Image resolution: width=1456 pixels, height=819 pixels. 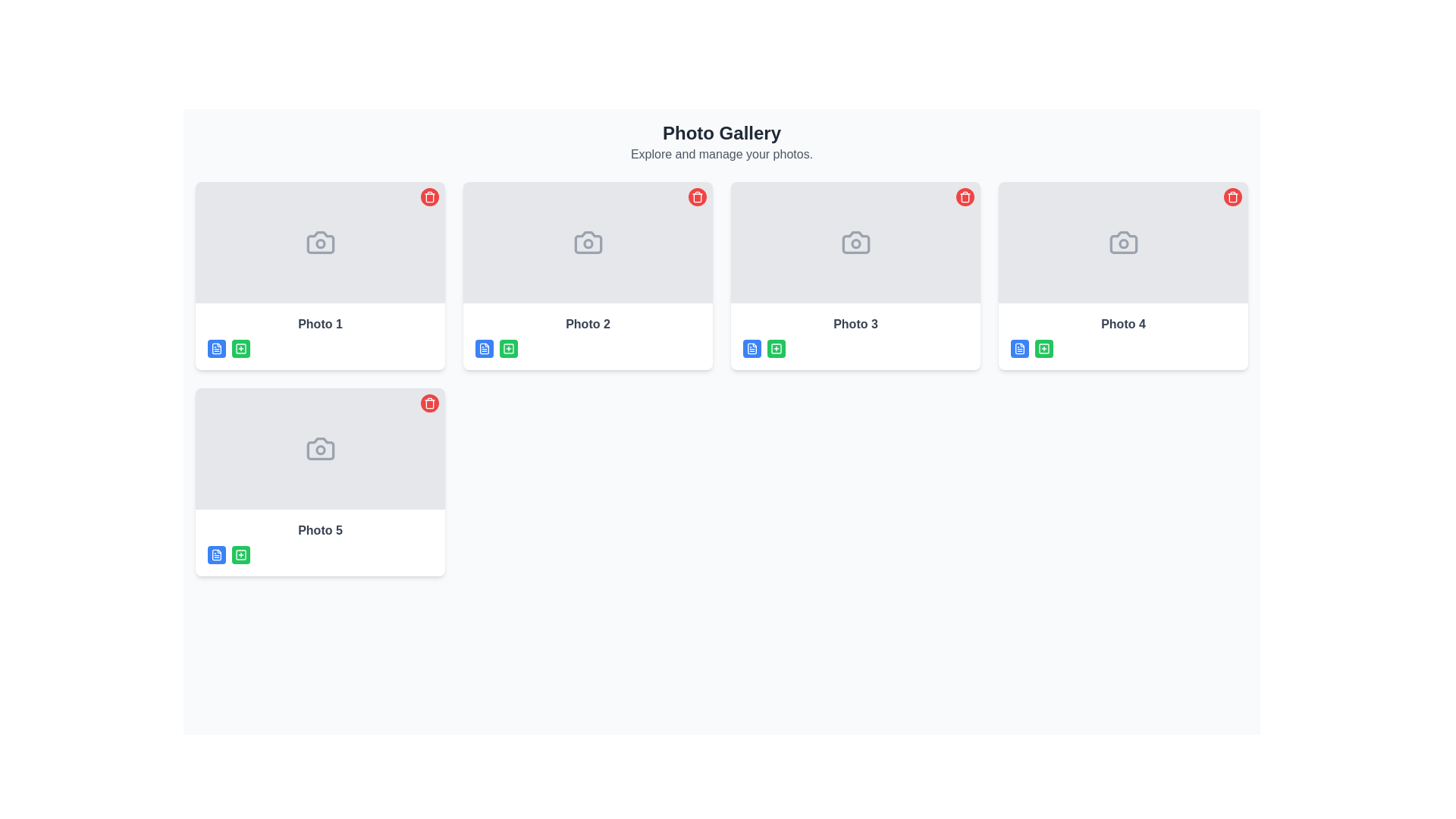 What do you see at coordinates (509, 348) in the screenshot?
I see `the Icon button located in the button row underneath the card labeled 'Photo 2', which is the second button from the left` at bounding box center [509, 348].